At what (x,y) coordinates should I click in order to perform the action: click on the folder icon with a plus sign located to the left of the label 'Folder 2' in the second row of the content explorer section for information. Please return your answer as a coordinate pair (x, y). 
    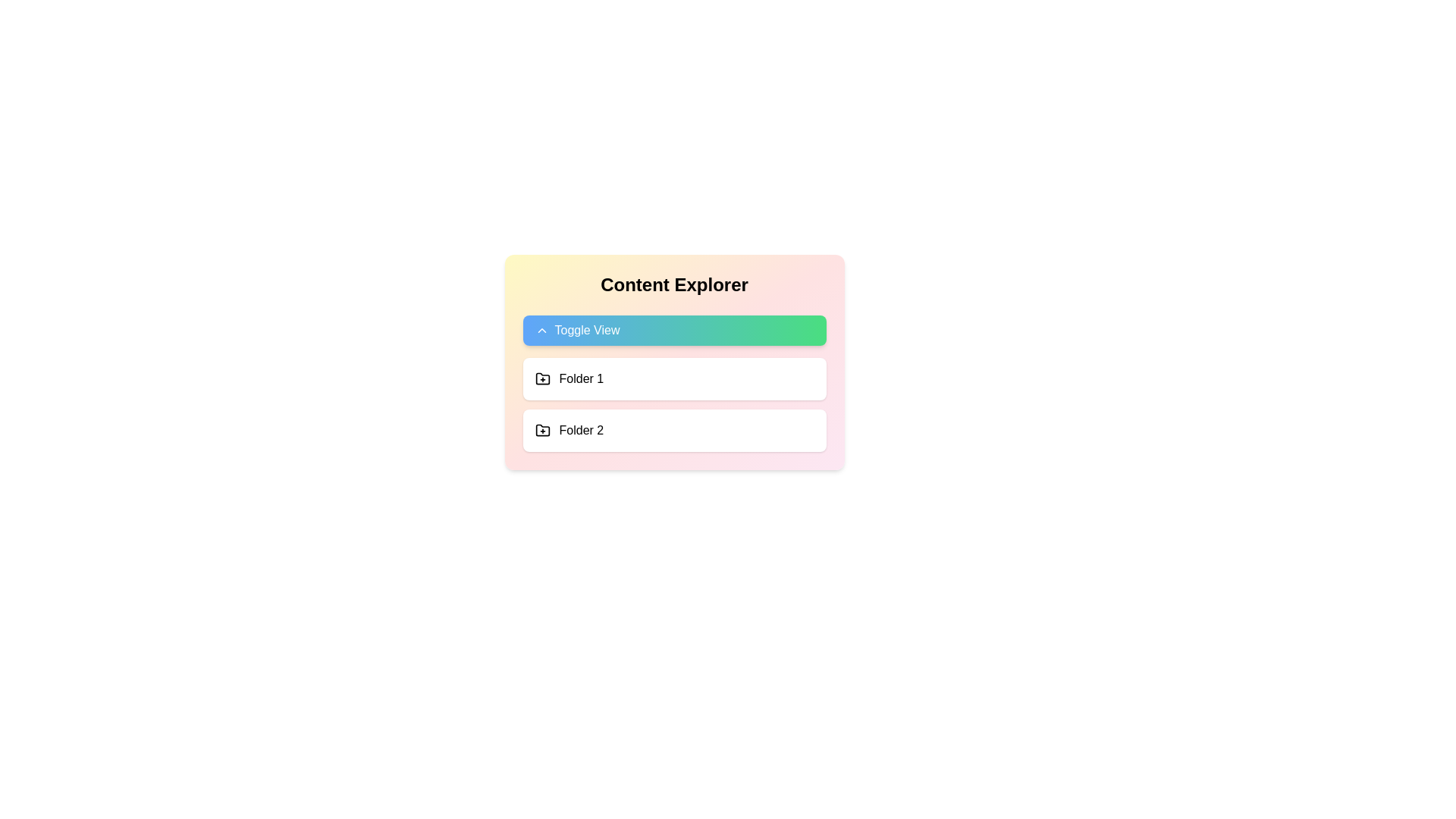
    Looking at the image, I should click on (542, 430).